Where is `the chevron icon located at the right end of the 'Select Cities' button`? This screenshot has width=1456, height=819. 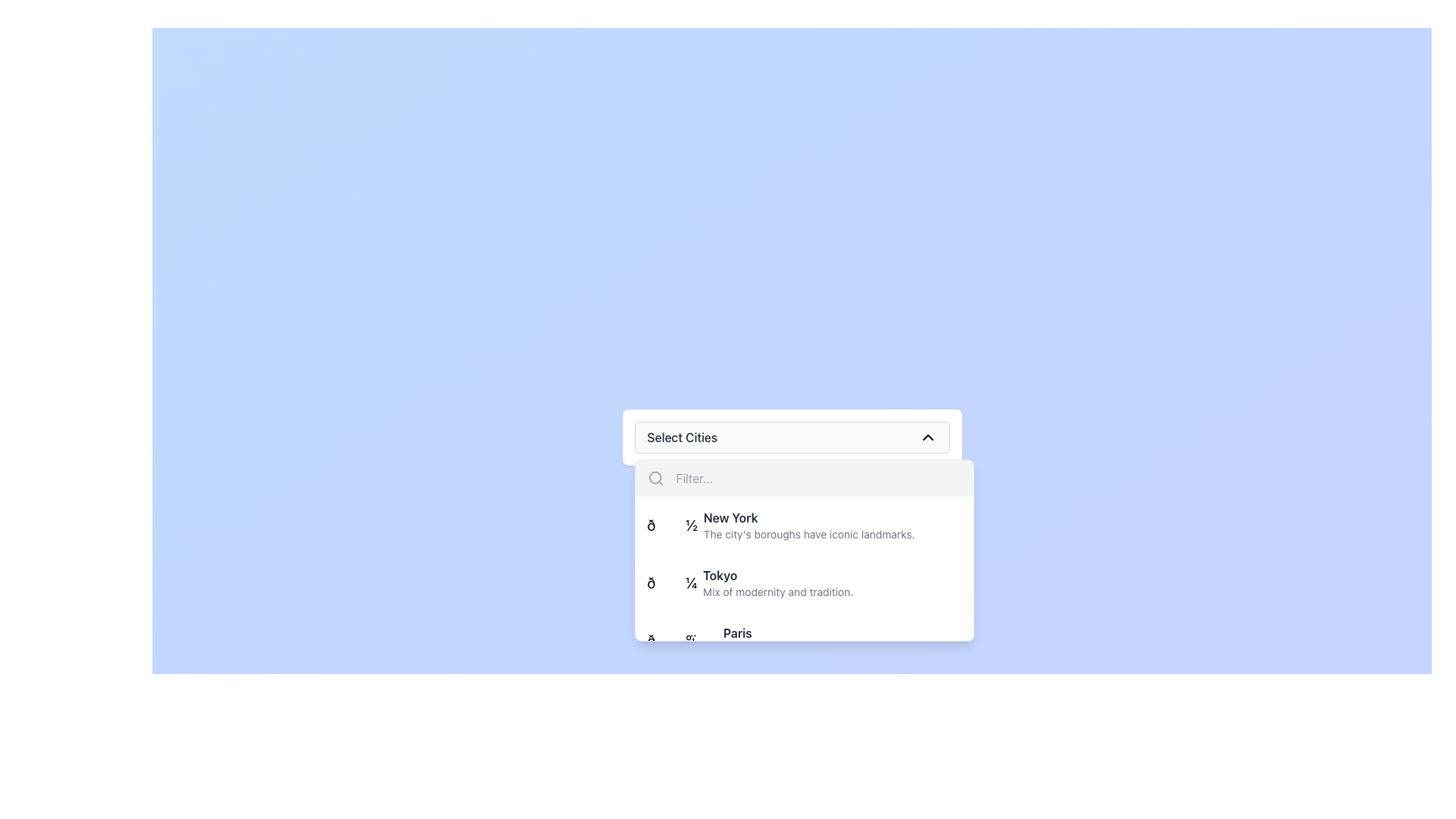 the chevron icon located at the right end of the 'Select Cities' button is located at coordinates (927, 438).